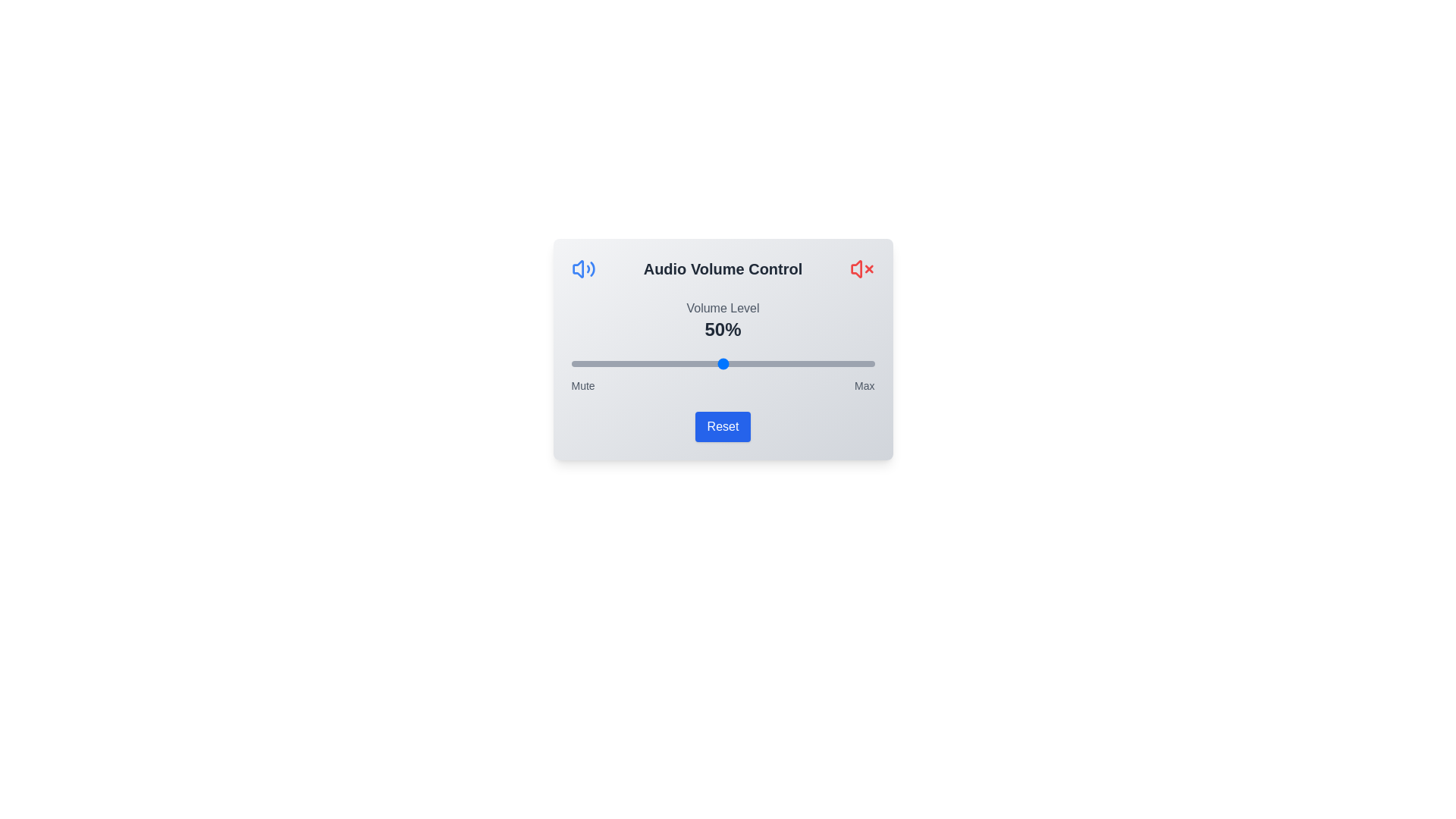 The height and width of the screenshot is (819, 1456). What do you see at coordinates (579, 363) in the screenshot?
I see `the volume slider to 3%` at bounding box center [579, 363].